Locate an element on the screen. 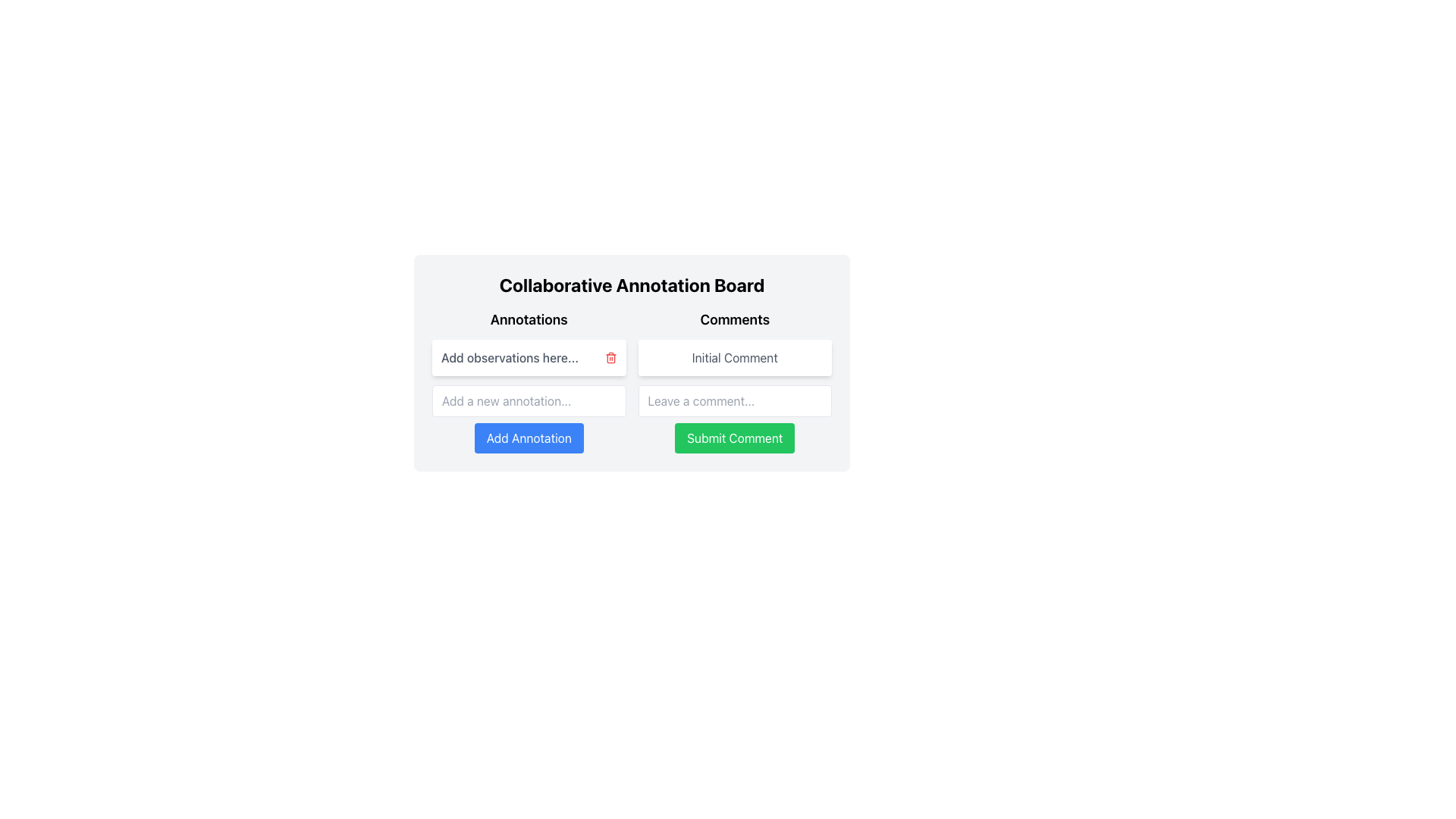 The width and height of the screenshot is (1456, 819). the submit button located directly below the 'Leave a comment...' input field in the 'Comments' section is located at coordinates (735, 419).